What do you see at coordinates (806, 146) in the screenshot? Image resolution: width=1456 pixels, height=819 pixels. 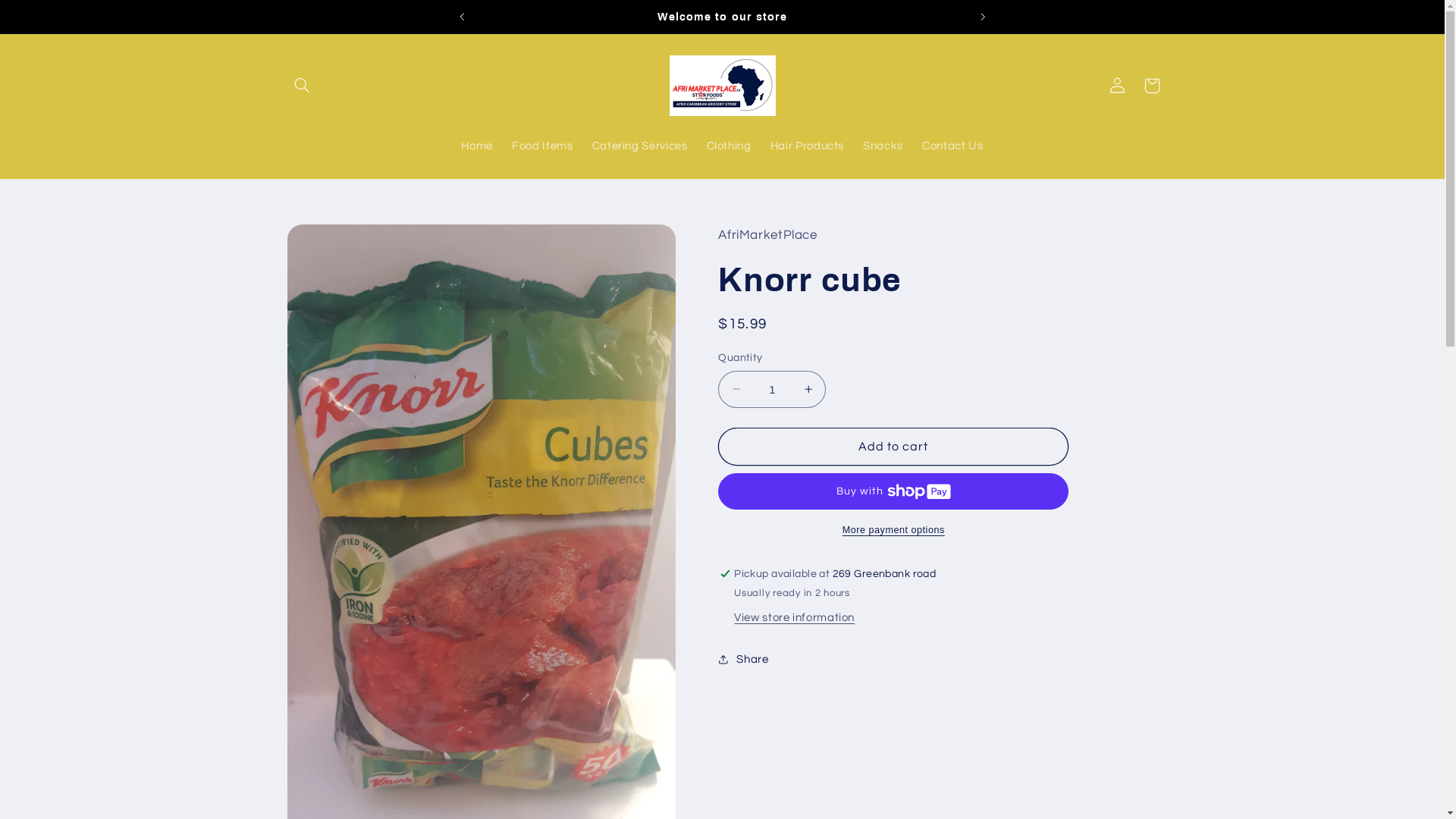 I see `'Hair Products'` at bounding box center [806, 146].